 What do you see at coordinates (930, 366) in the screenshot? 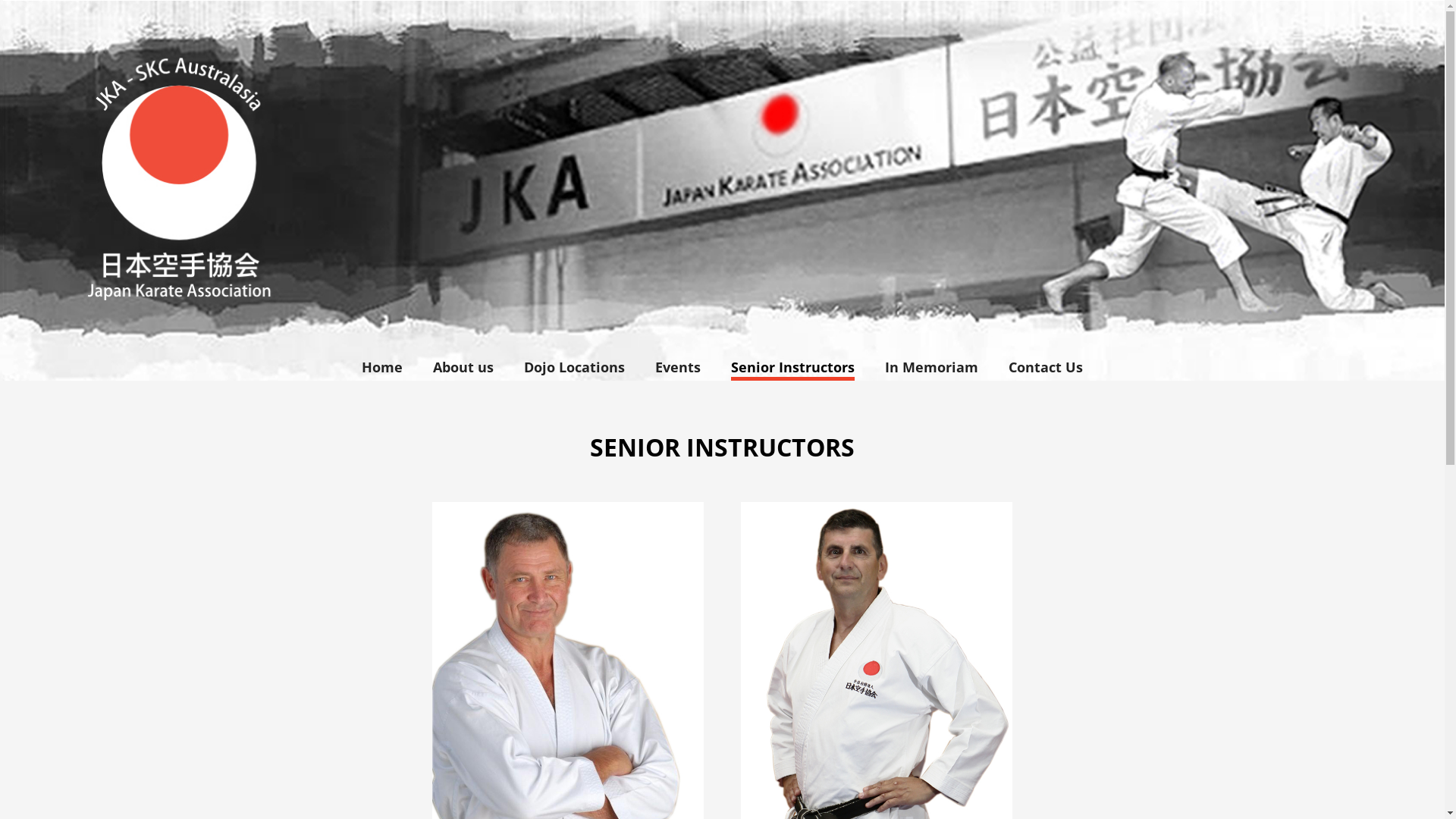
I see `'In Memoriam'` at bounding box center [930, 366].